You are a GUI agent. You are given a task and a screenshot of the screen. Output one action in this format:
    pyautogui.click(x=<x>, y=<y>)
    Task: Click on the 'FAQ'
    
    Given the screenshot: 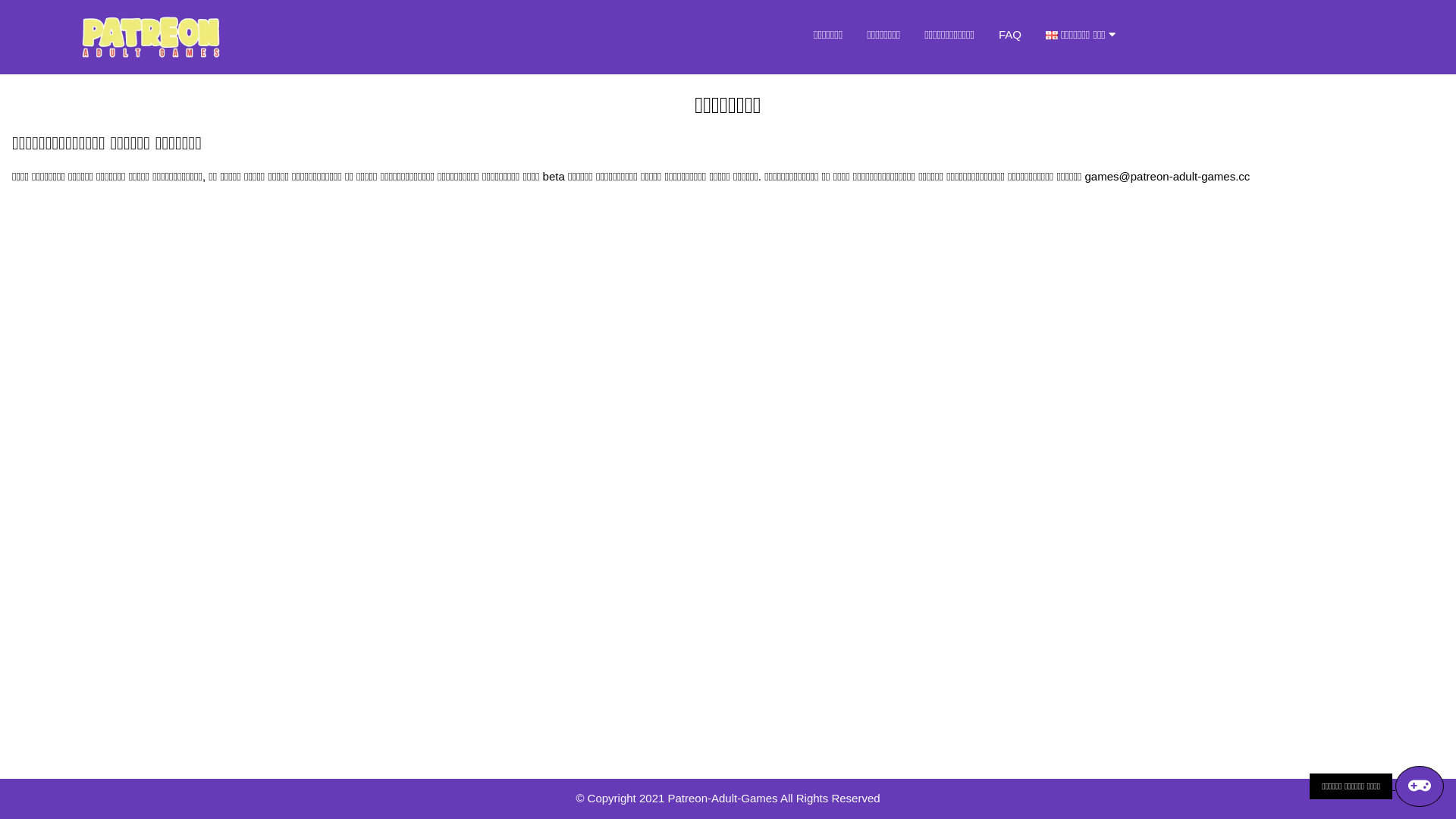 What is the action you would take?
    pyautogui.click(x=1009, y=34)
    